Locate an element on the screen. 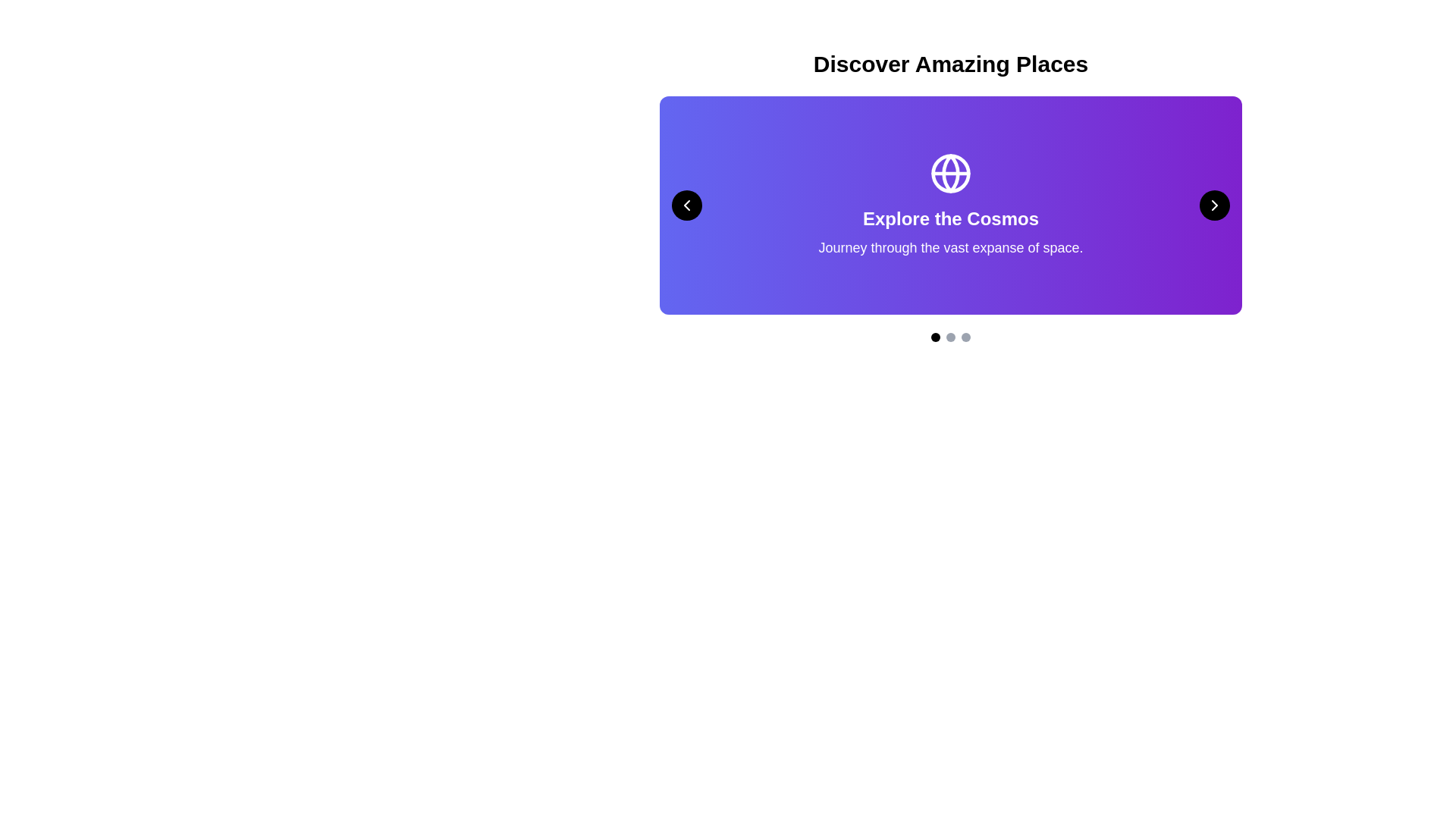 The width and height of the screenshot is (1456, 819). the left-pointing chevron icon inside the circular button on the left side of the 'Discover Amazing Places' slideshow is located at coordinates (686, 205).